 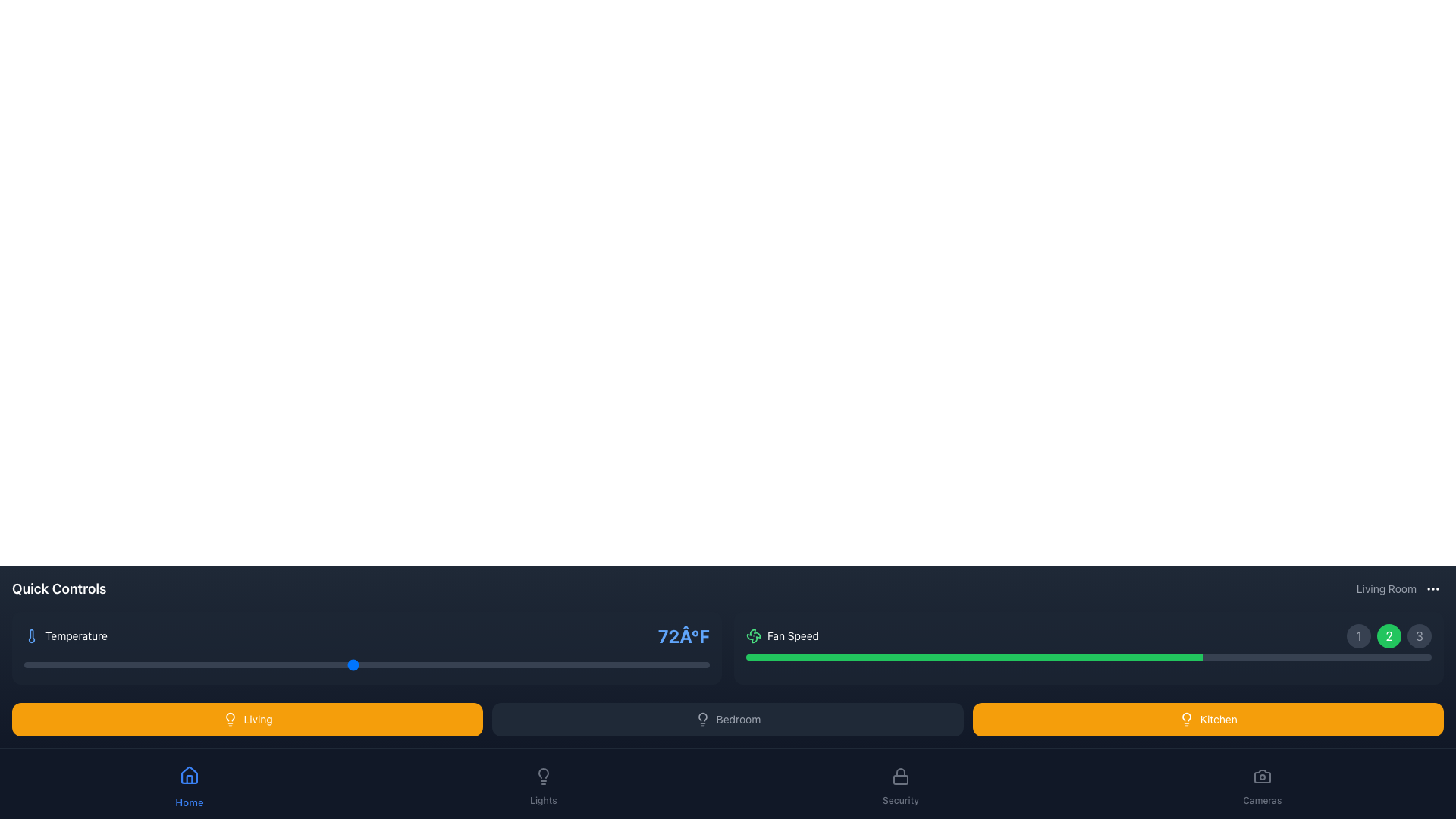 I want to click on the temperature, so click(x=599, y=664).